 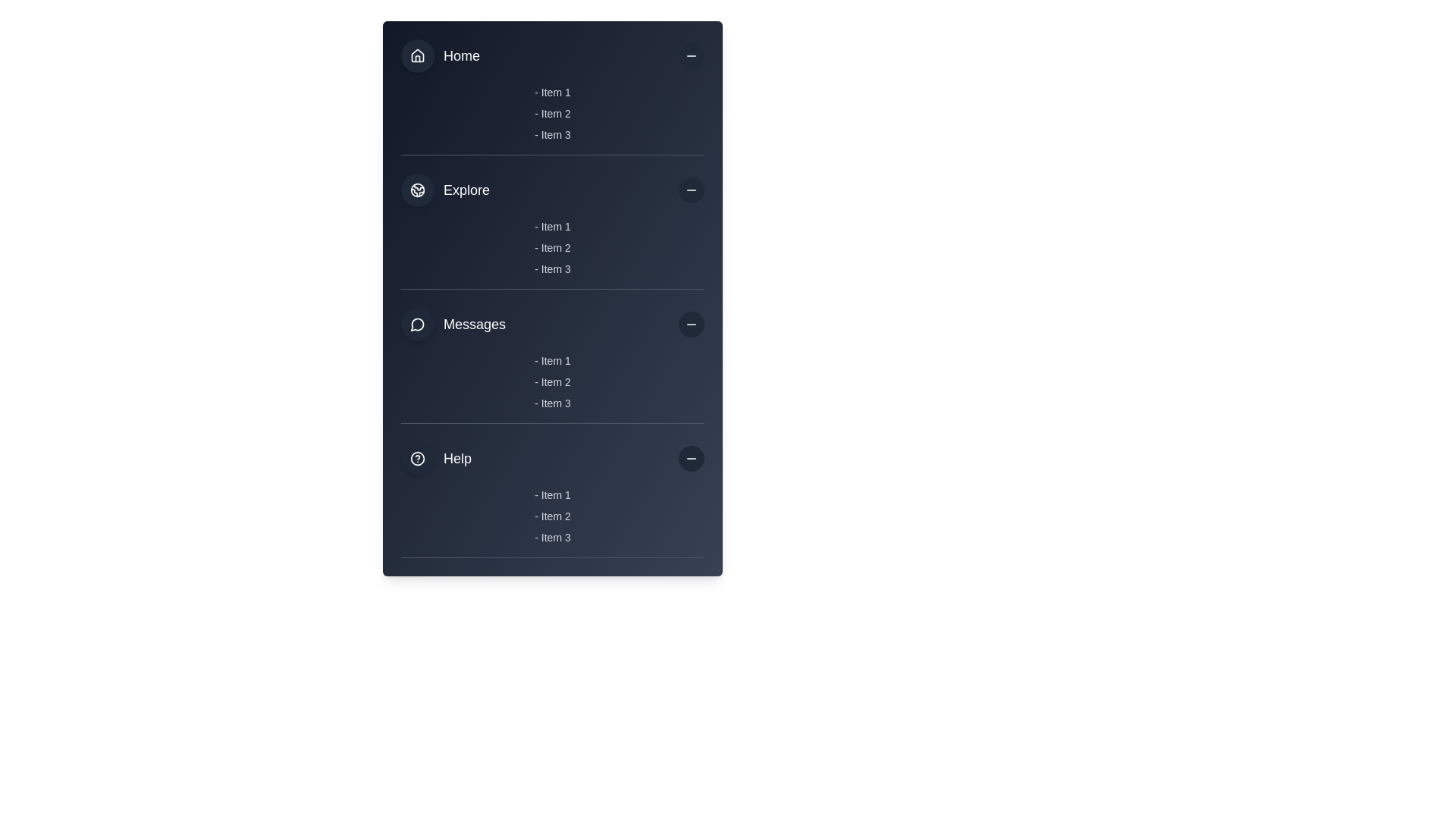 I want to click on the collapse/expand button located at the top-right corner of the 'Home' section in the left navigation menu, so click(x=691, y=55).